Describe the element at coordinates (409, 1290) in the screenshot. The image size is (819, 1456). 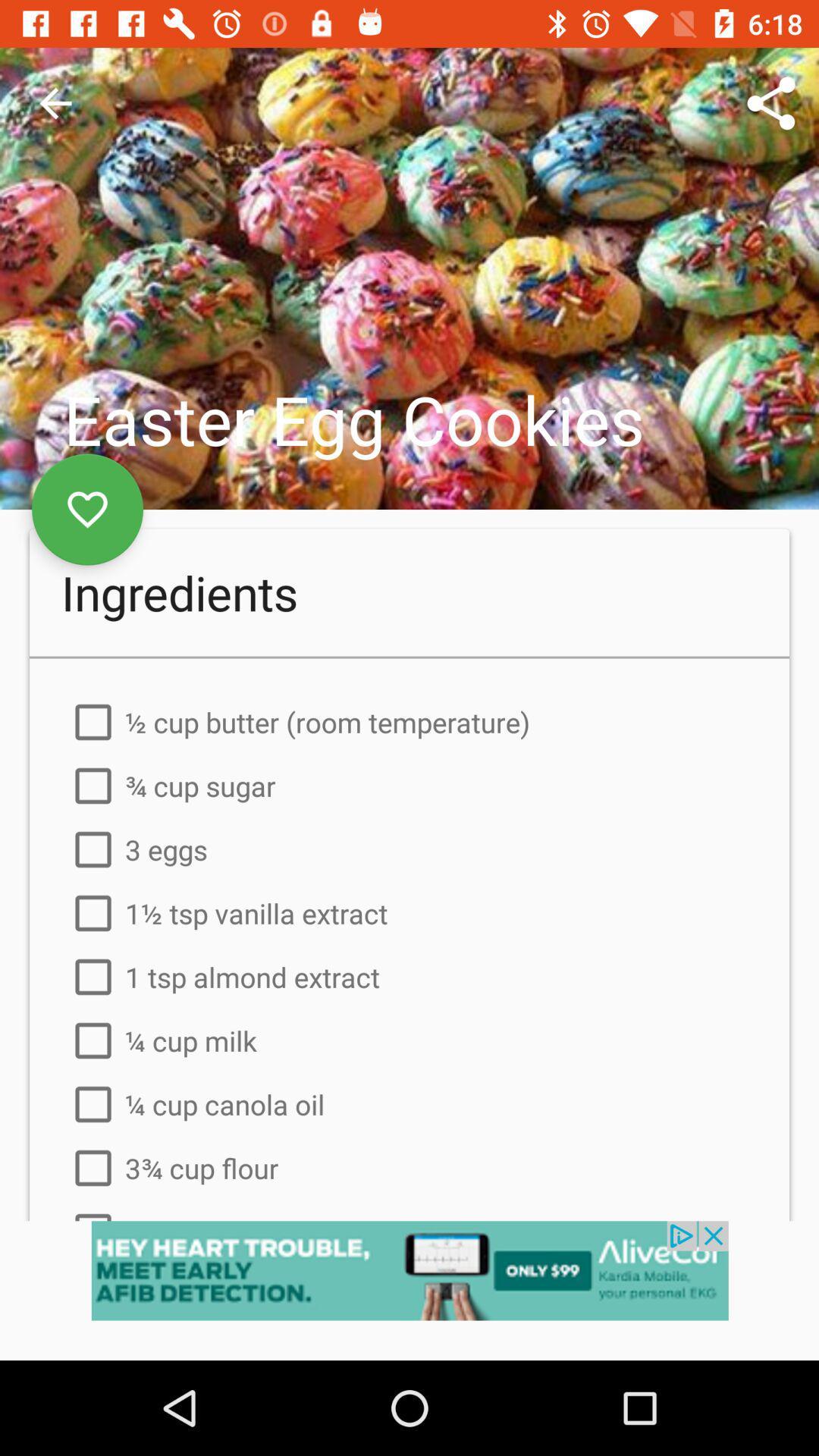
I see `advertisement` at that location.